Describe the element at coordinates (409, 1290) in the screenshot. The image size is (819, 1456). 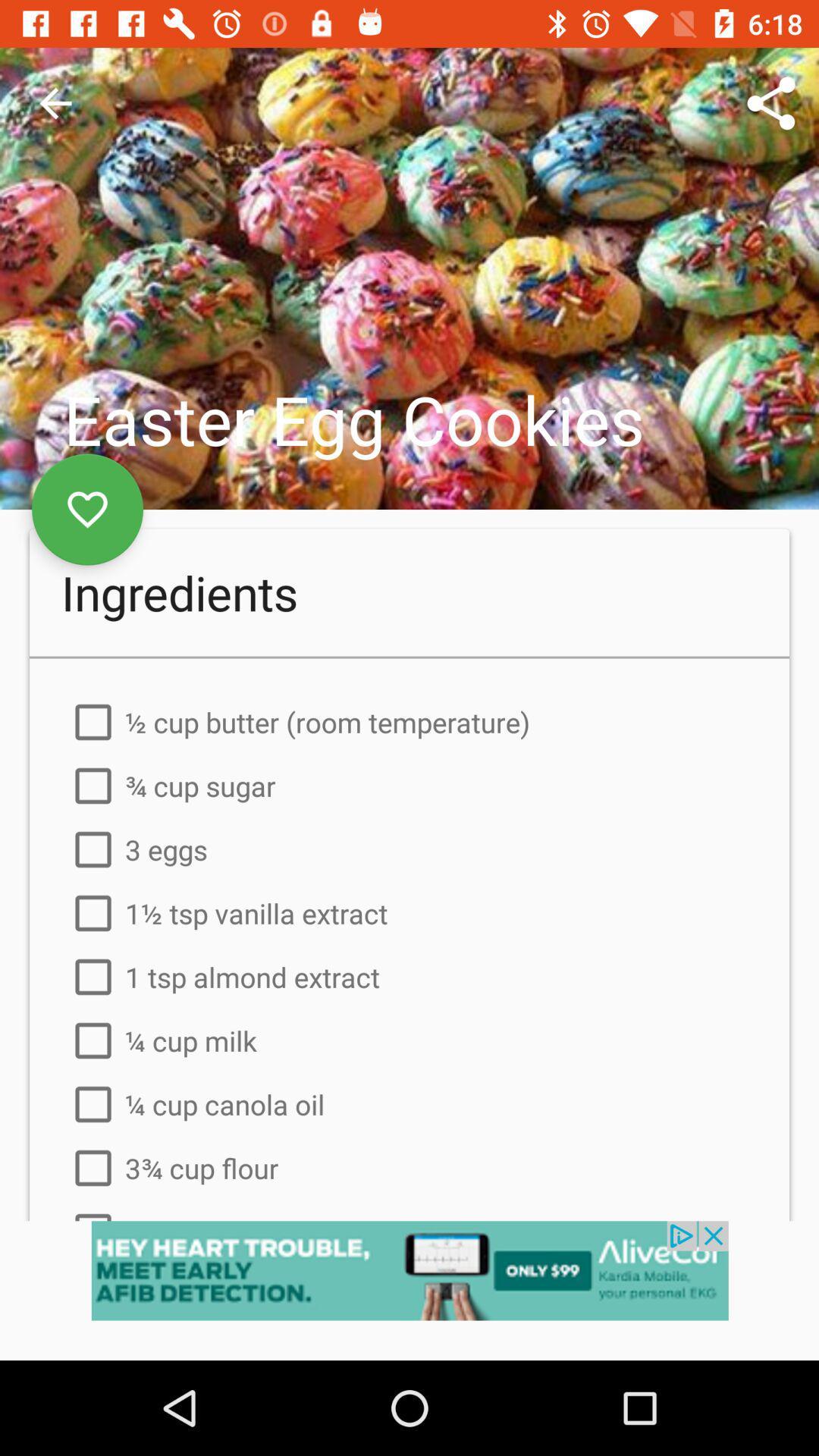
I see `advertisement` at that location.